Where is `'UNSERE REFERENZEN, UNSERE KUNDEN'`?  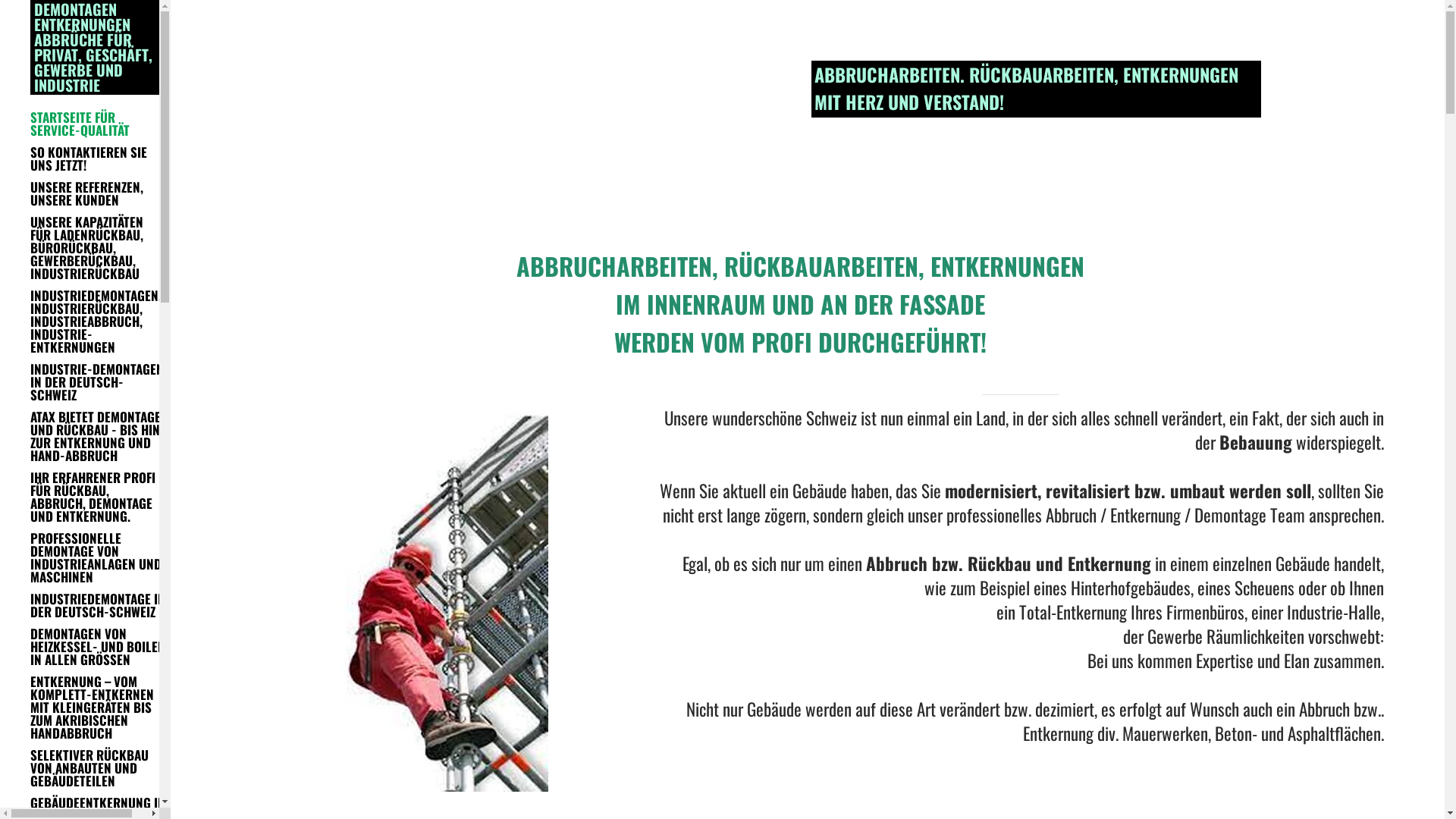 'UNSERE REFERENZEN, UNSERE KUNDEN' is located at coordinates (97, 192).